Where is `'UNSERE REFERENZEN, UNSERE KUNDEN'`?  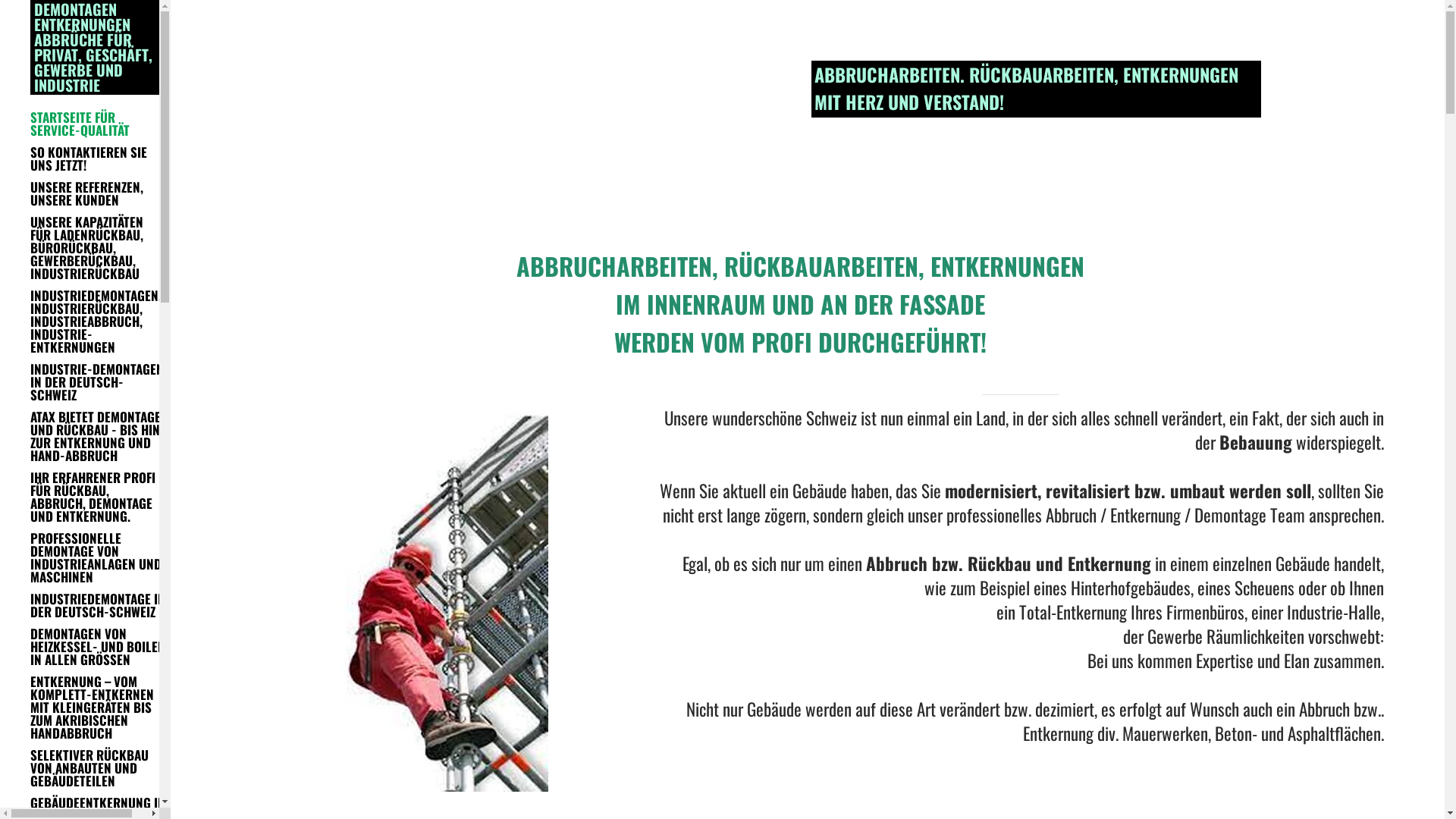 'UNSERE REFERENZEN, UNSERE KUNDEN' is located at coordinates (97, 192).